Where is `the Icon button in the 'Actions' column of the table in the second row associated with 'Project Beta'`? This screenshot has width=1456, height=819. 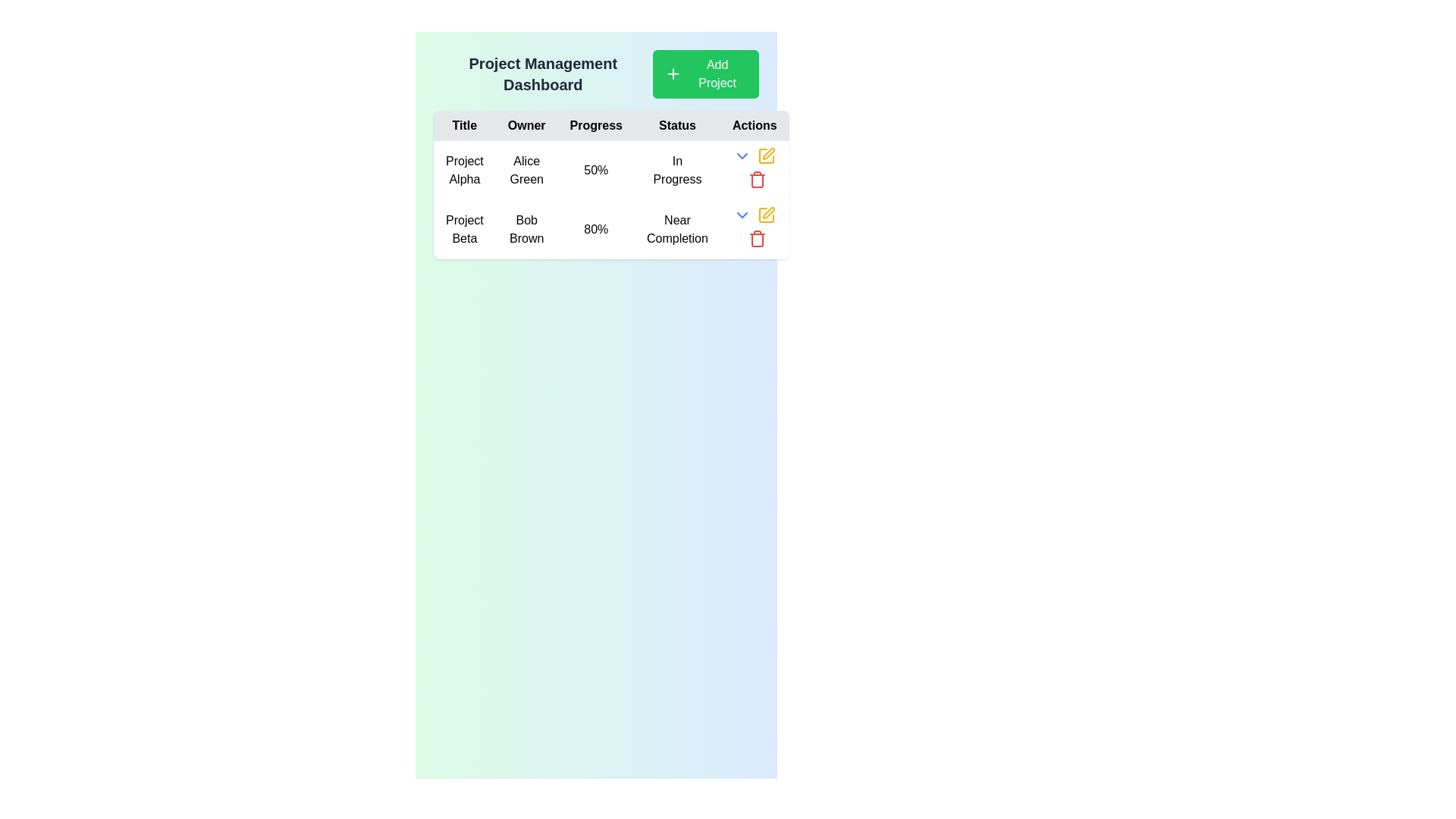 the Icon button in the 'Actions' column of the table in the second row associated with 'Project Beta' is located at coordinates (742, 215).